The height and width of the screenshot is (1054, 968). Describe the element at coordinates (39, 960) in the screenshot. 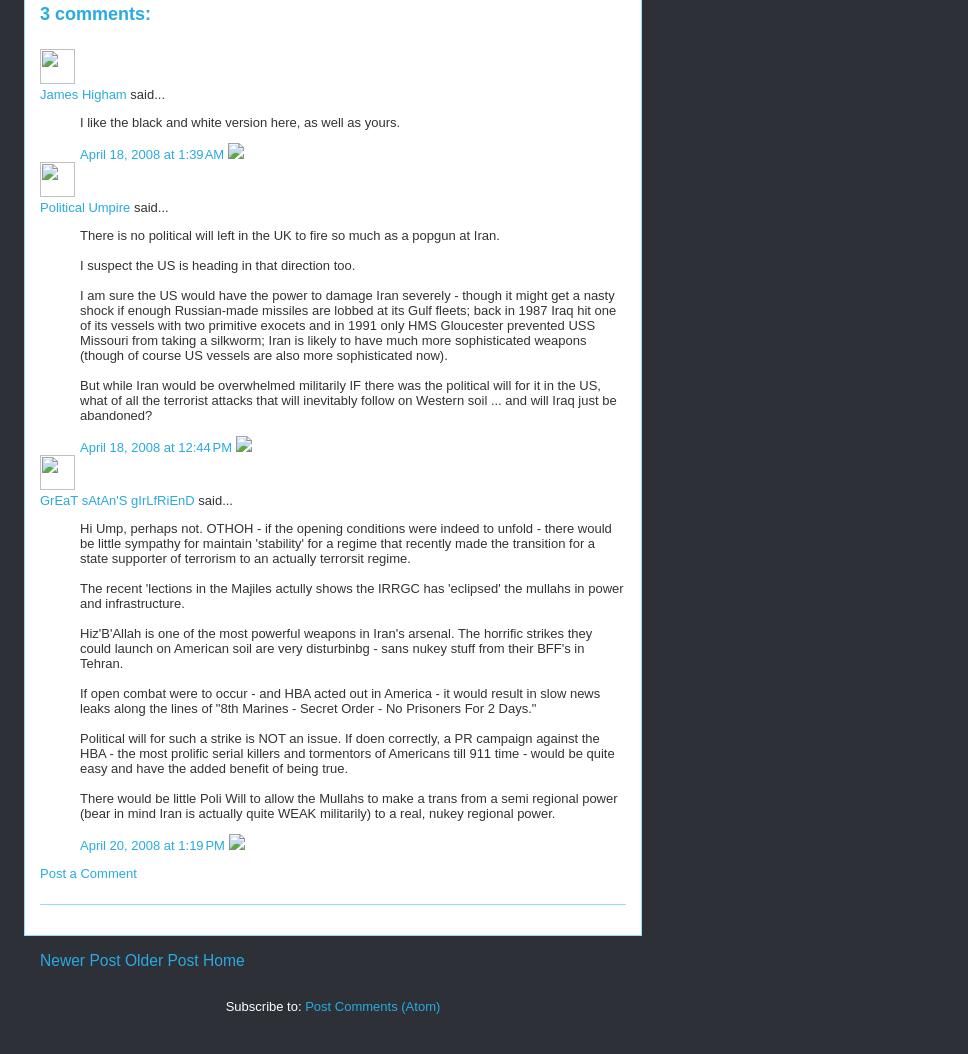

I see `'Newer Post'` at that location.